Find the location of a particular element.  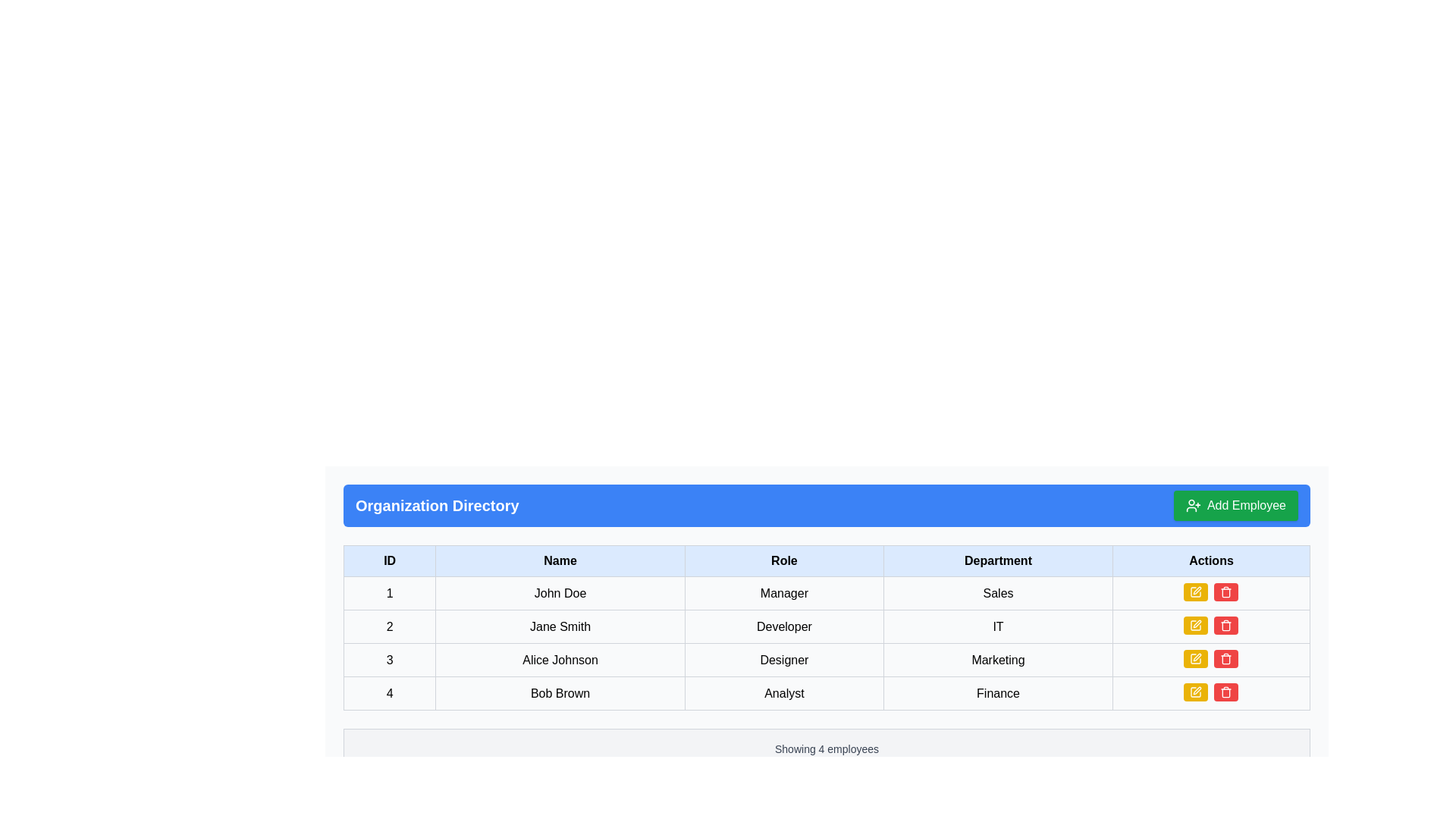

the yellow pen icon inside the yellow rectangular button in the 'Actions' column of the last row ('Finance') of the table under 'Organization Directory' is located at coordinates (1195, 692).